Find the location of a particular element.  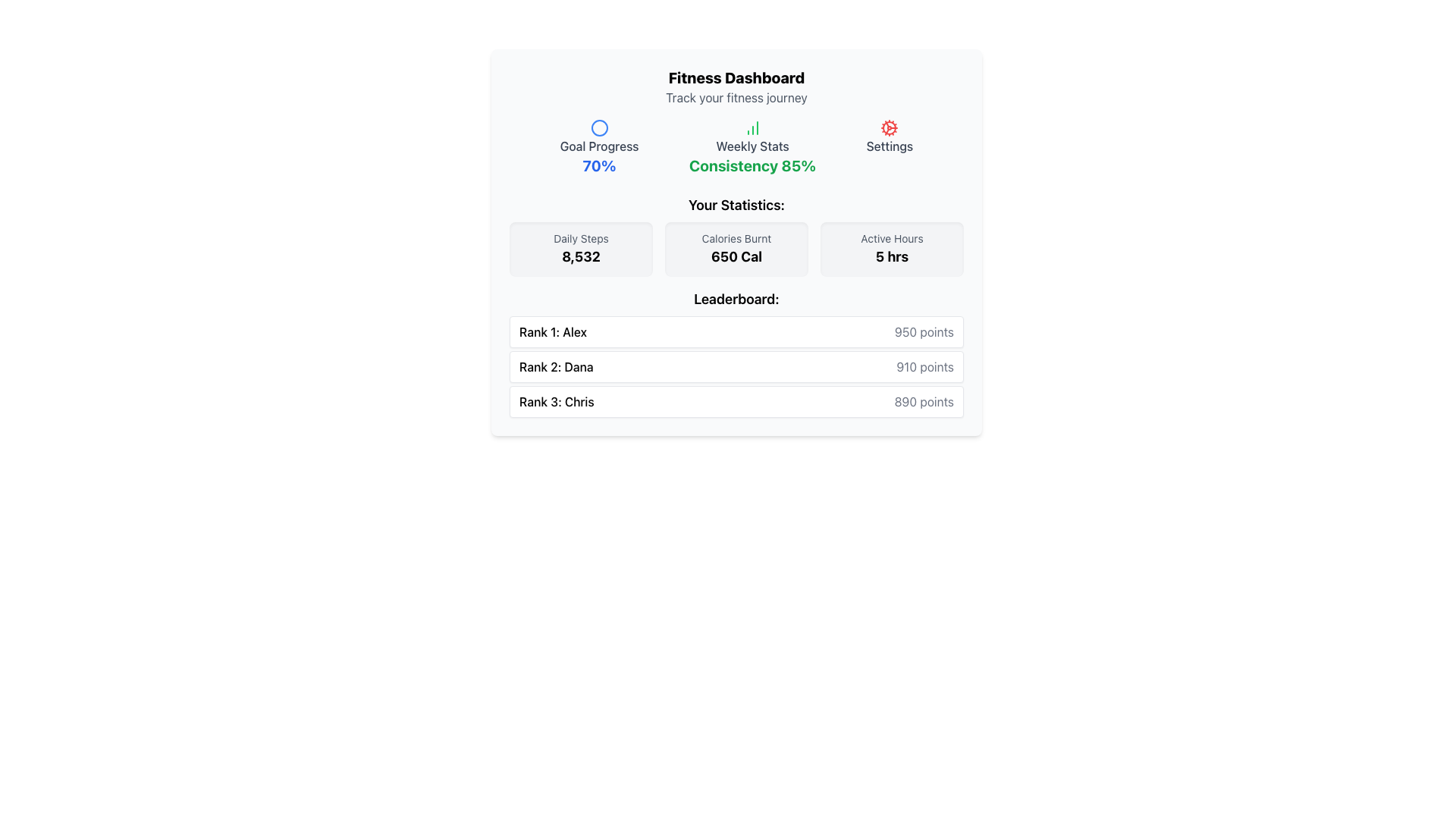

the text element displaying '910 points', which is styled in gray and positioned to the right of 'Rank 2: Dana' in the leaderboard list is located at coordinates (924, 366).